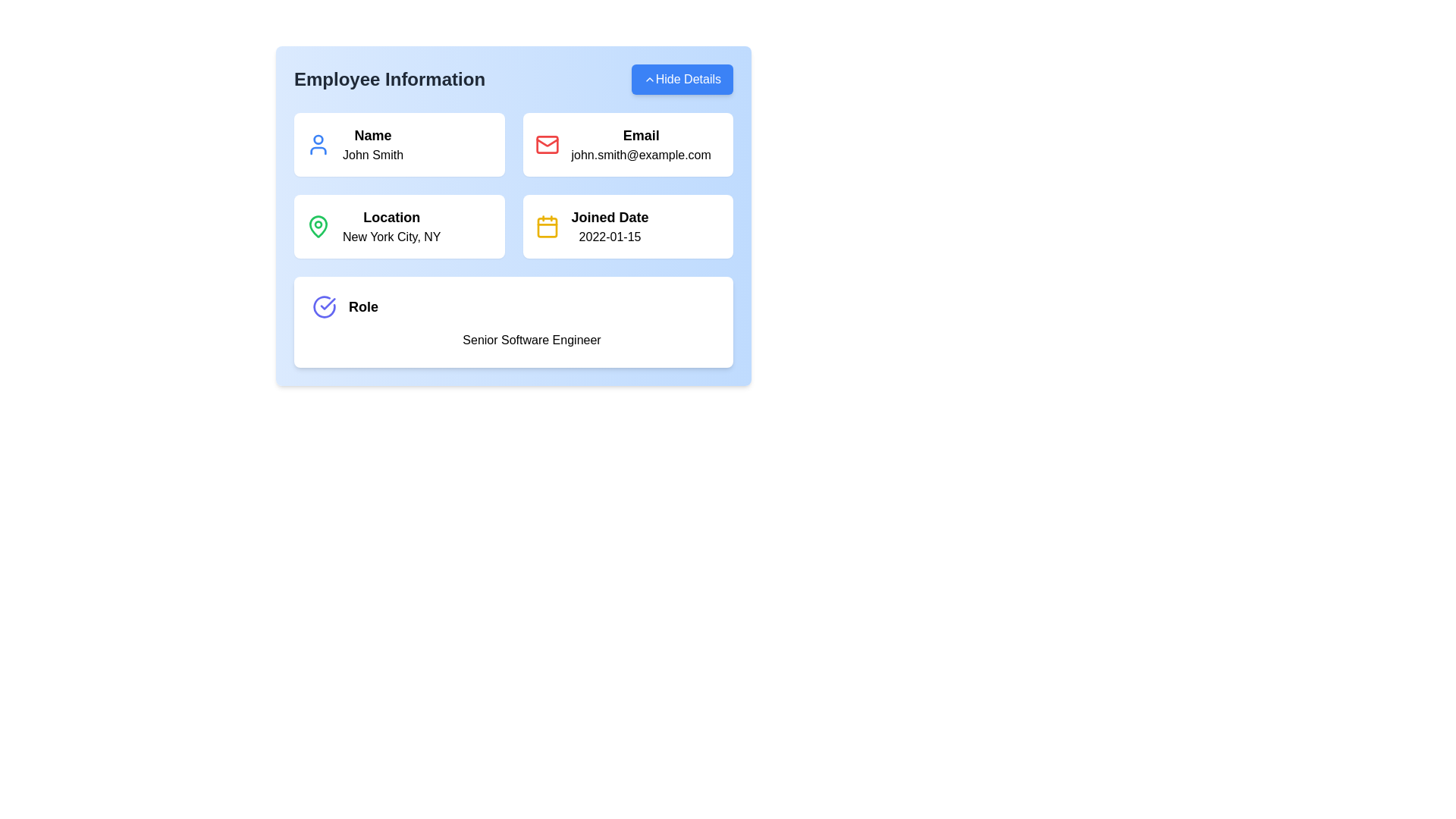  Describe the element at coordinates (641, 155) in the screenshot. I see `the text label displaying the email address 'john.smith@example.com', which is located below the 'Email' label and to the right of the red mail icon in the Employee Information section` at that location.